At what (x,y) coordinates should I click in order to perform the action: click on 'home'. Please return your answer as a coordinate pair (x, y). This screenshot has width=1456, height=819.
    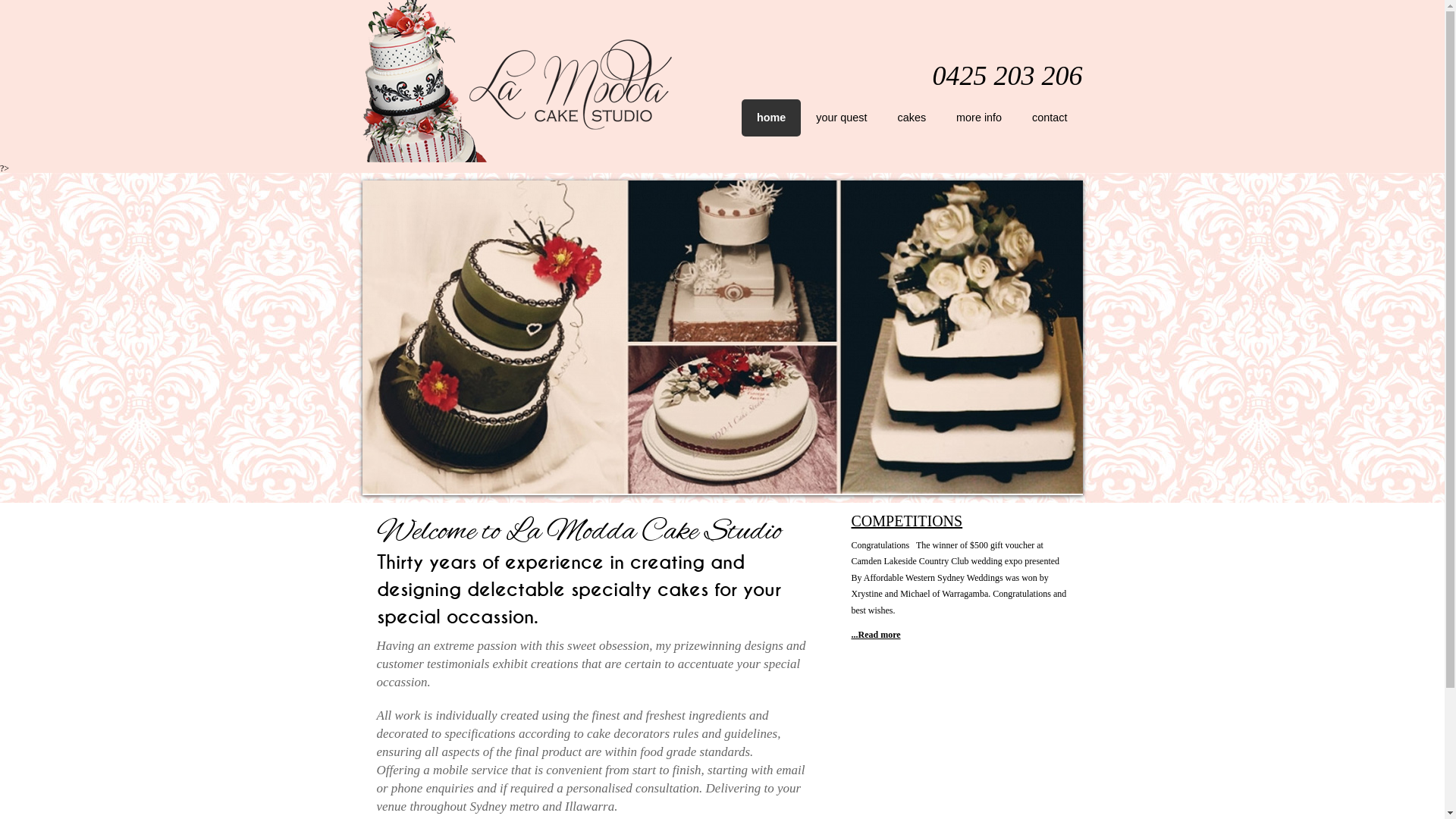
    Looking at the image, I should click on (742, 117).